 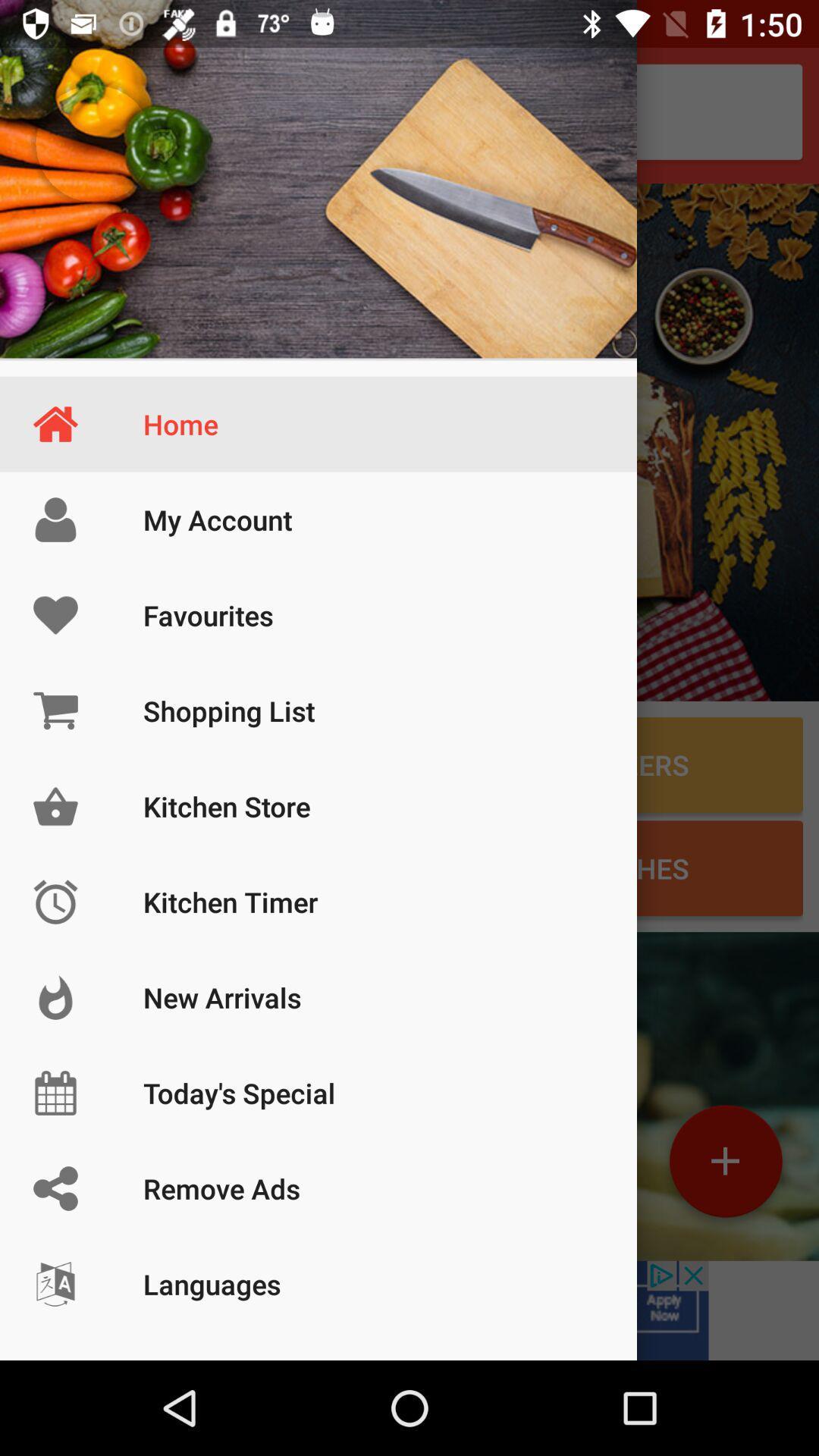 What do you see at coordinates (724, 1166) in the screenshot?
I see `the add icon` at bounding box center [724, 1166].